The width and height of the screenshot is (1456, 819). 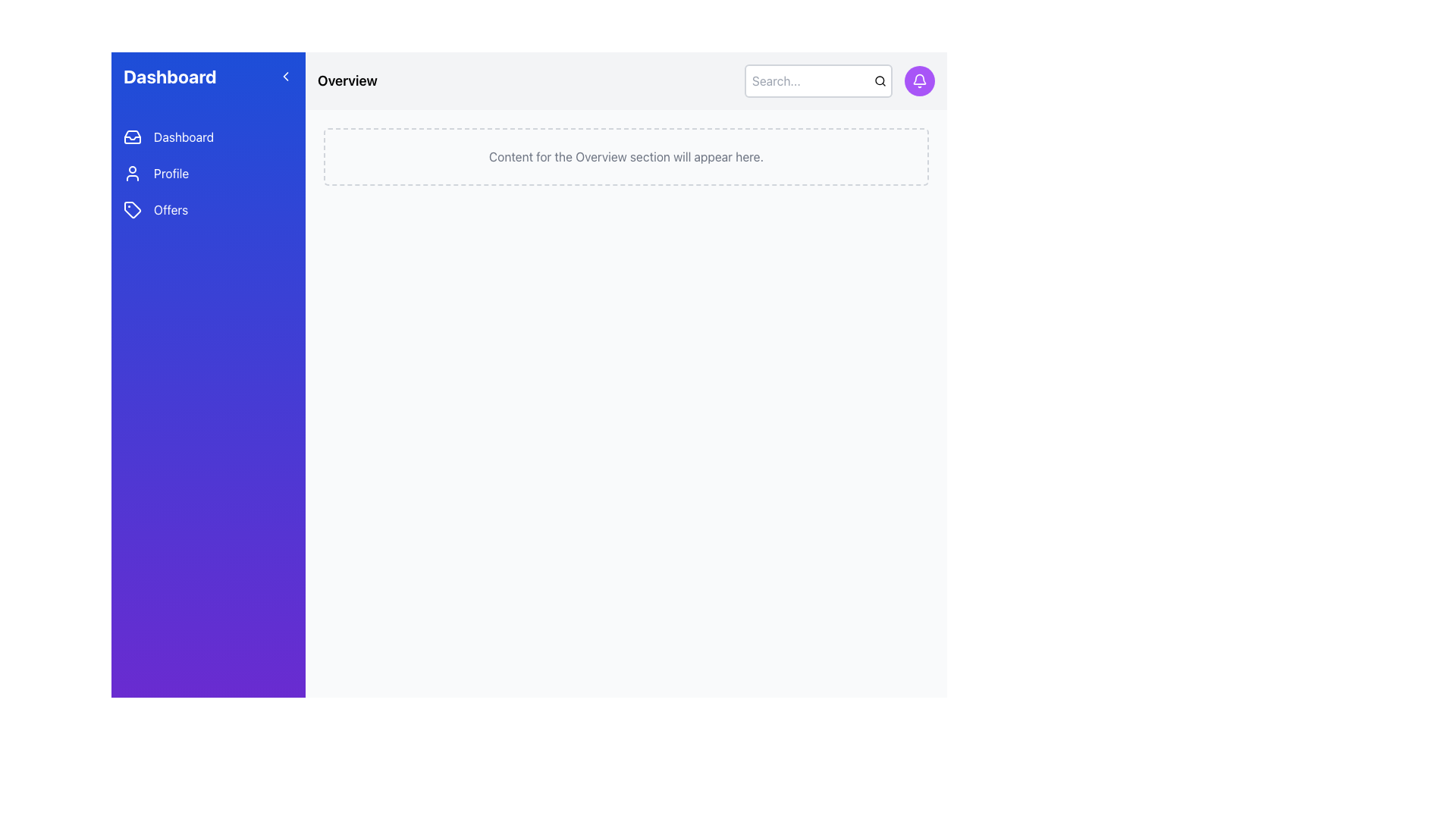 I want to click on the 'Offers' button in the left sidebar navigation menu, so click(x=207, y=210).